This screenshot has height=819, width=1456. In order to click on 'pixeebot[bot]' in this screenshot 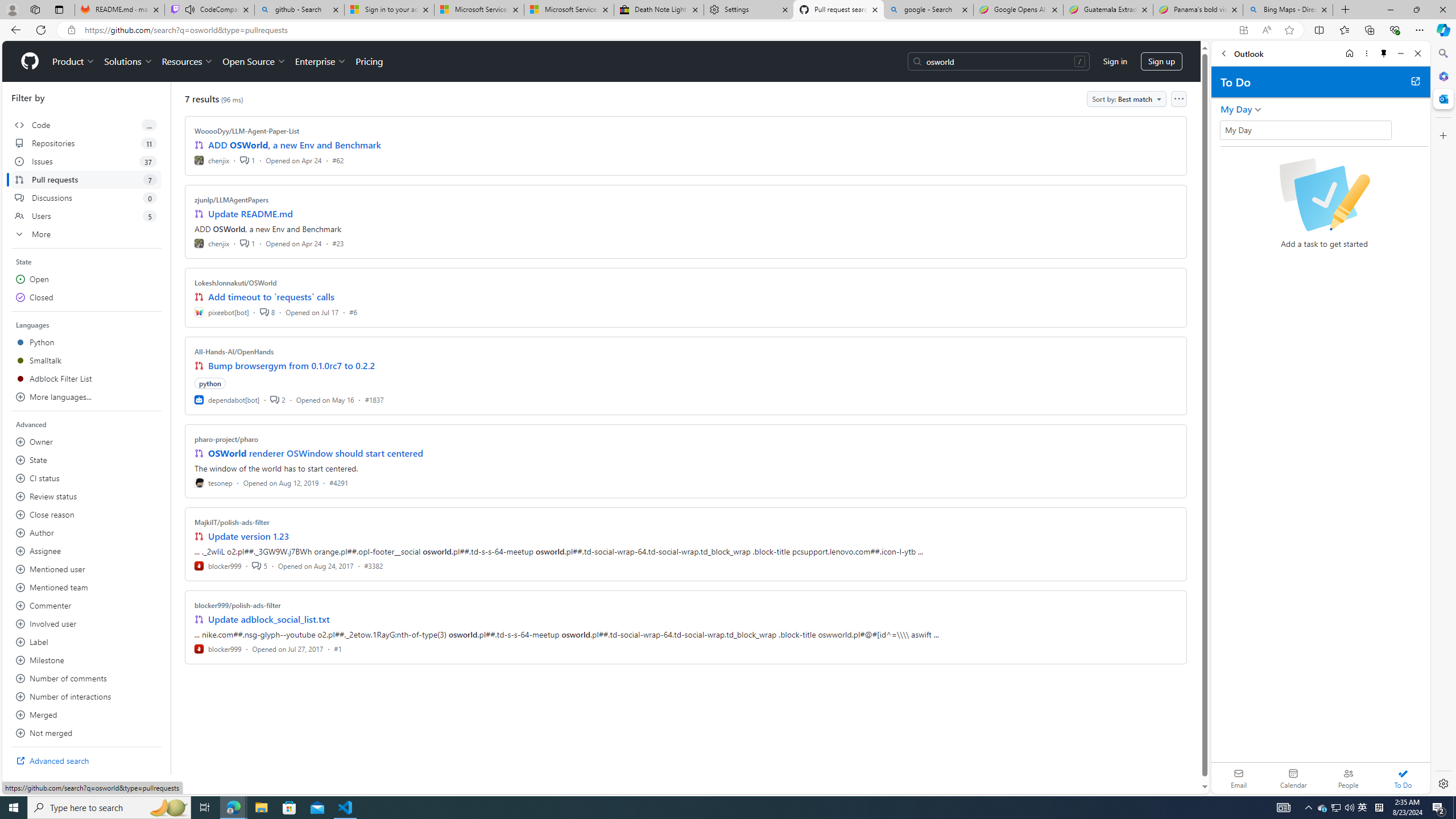, I will do `click(222, 311)`.